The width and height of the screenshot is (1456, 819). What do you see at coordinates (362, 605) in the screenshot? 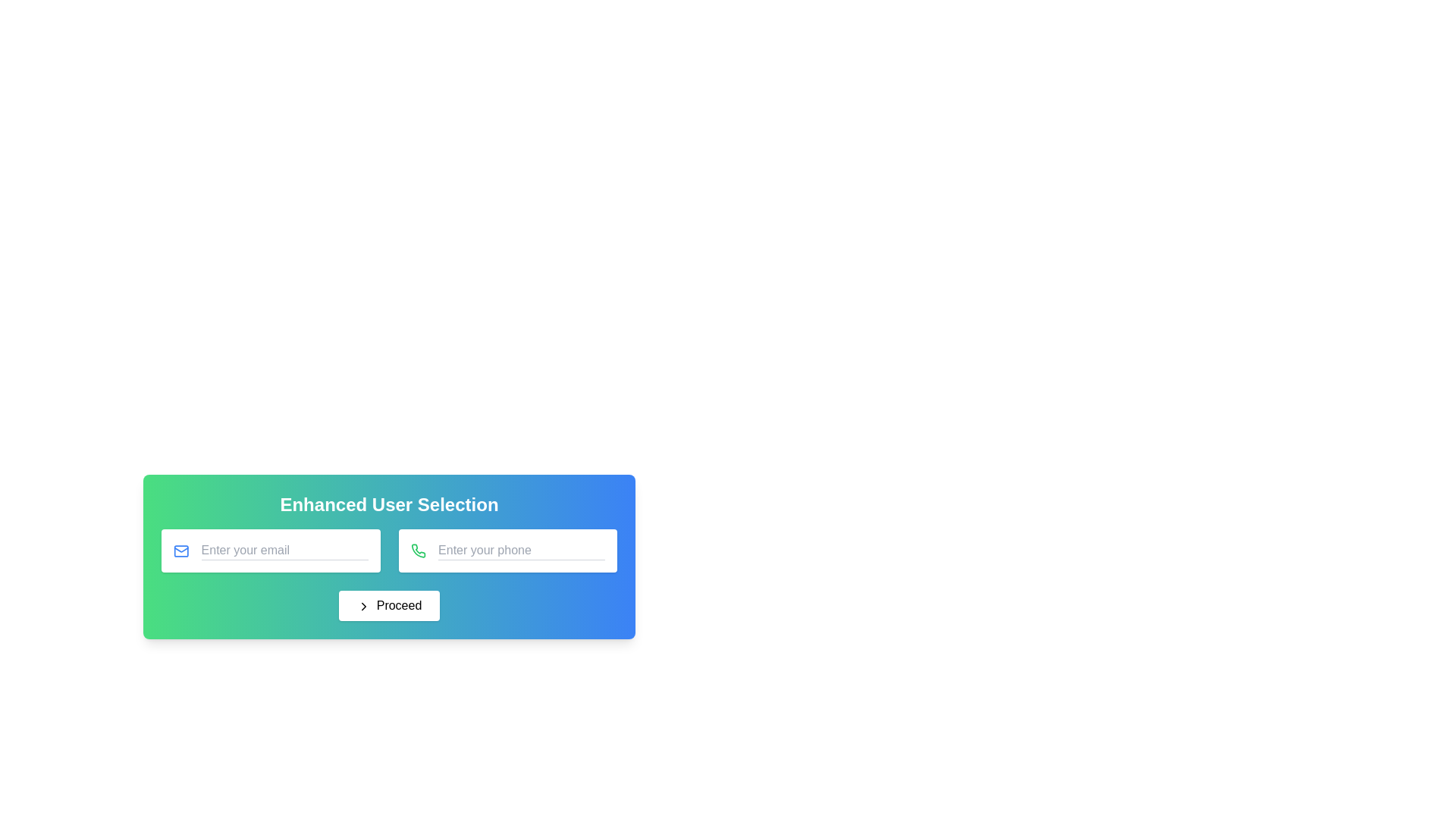
I see `the 'Proceed' button which contains a minimalist rightward arrow icon on its left side` at bounding box center [362, 605].